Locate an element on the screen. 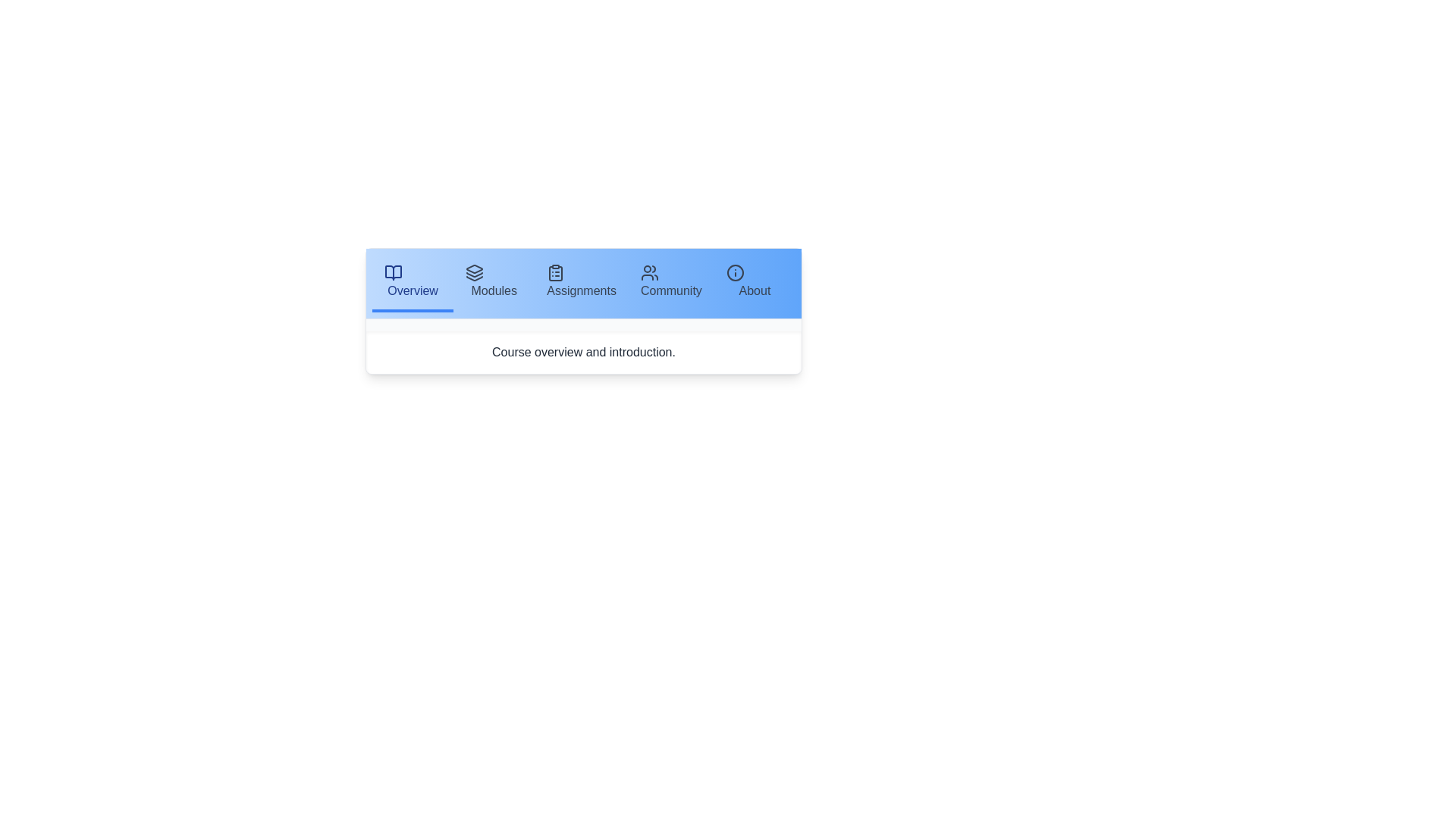  the 'Assignments' icon in the navigation menu is located at coordinates (555, 274).